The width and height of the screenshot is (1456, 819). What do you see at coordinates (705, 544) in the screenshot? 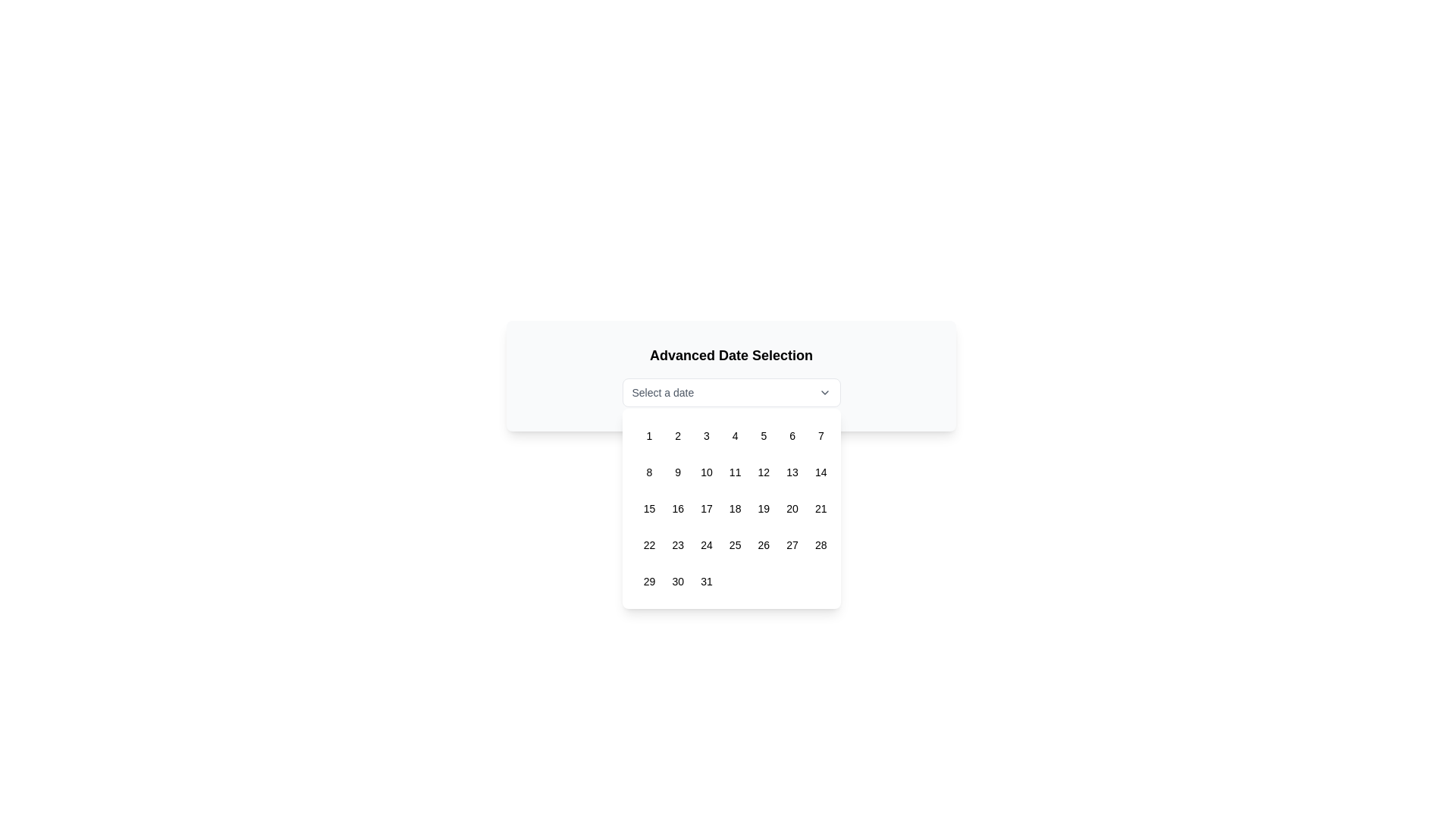
I see `the button` at bounding box center [705, 544].